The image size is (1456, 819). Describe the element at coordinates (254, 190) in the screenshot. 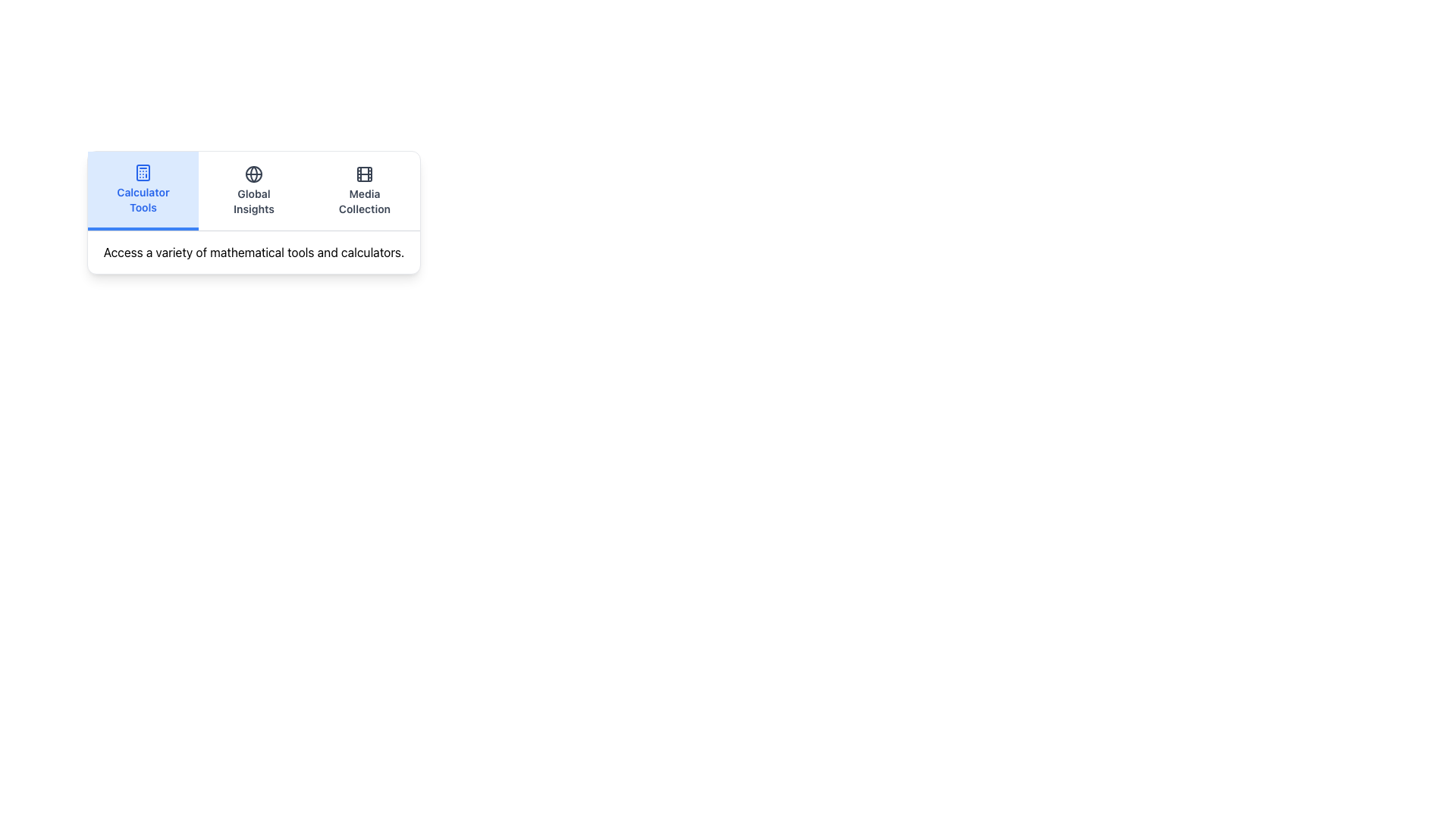

I see `the 'Global Insights' button, which is the second button in a row of three buttons, to change its background color` at that location.